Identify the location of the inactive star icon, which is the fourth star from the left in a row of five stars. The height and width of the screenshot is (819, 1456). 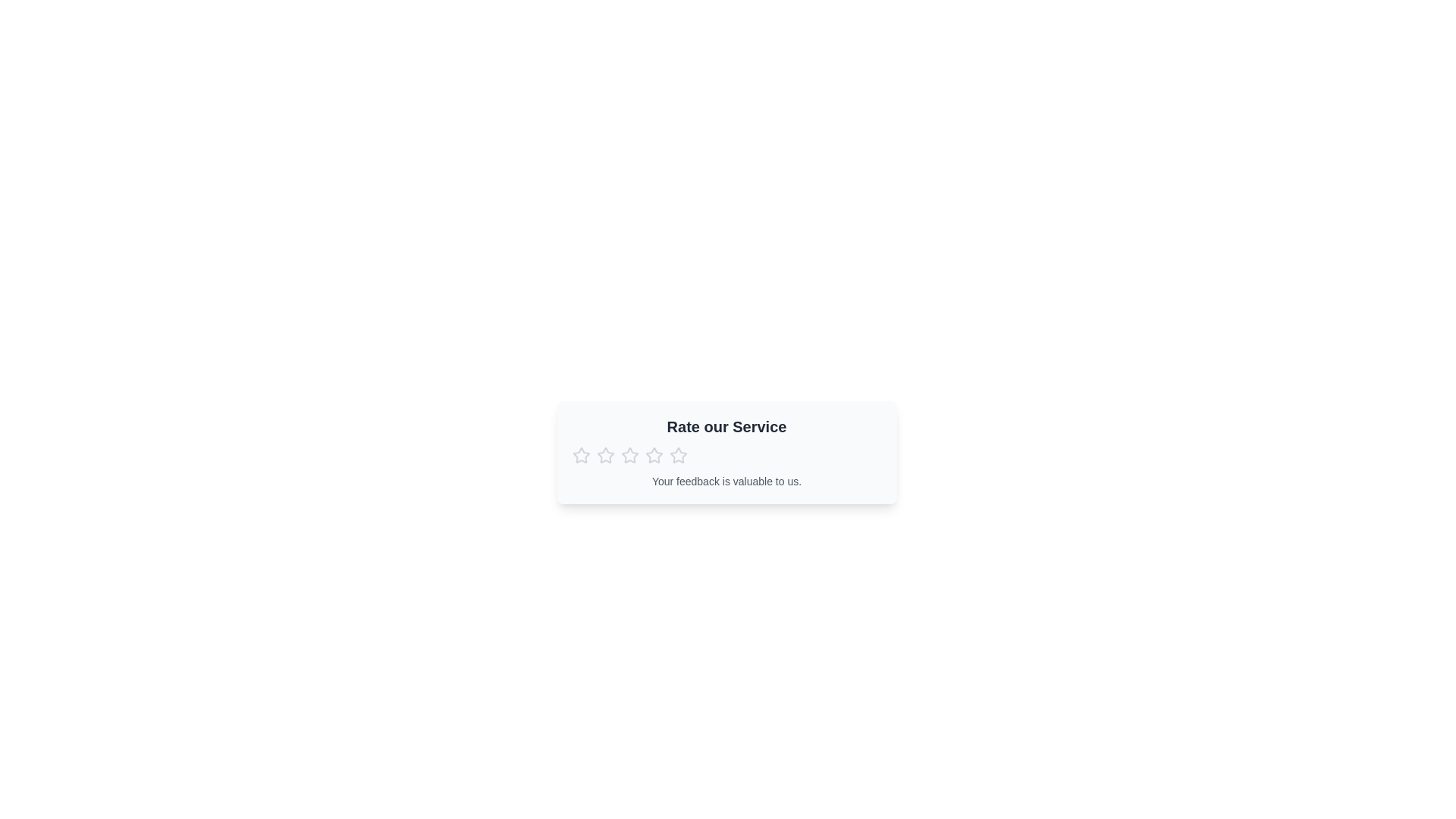
(654, 455).